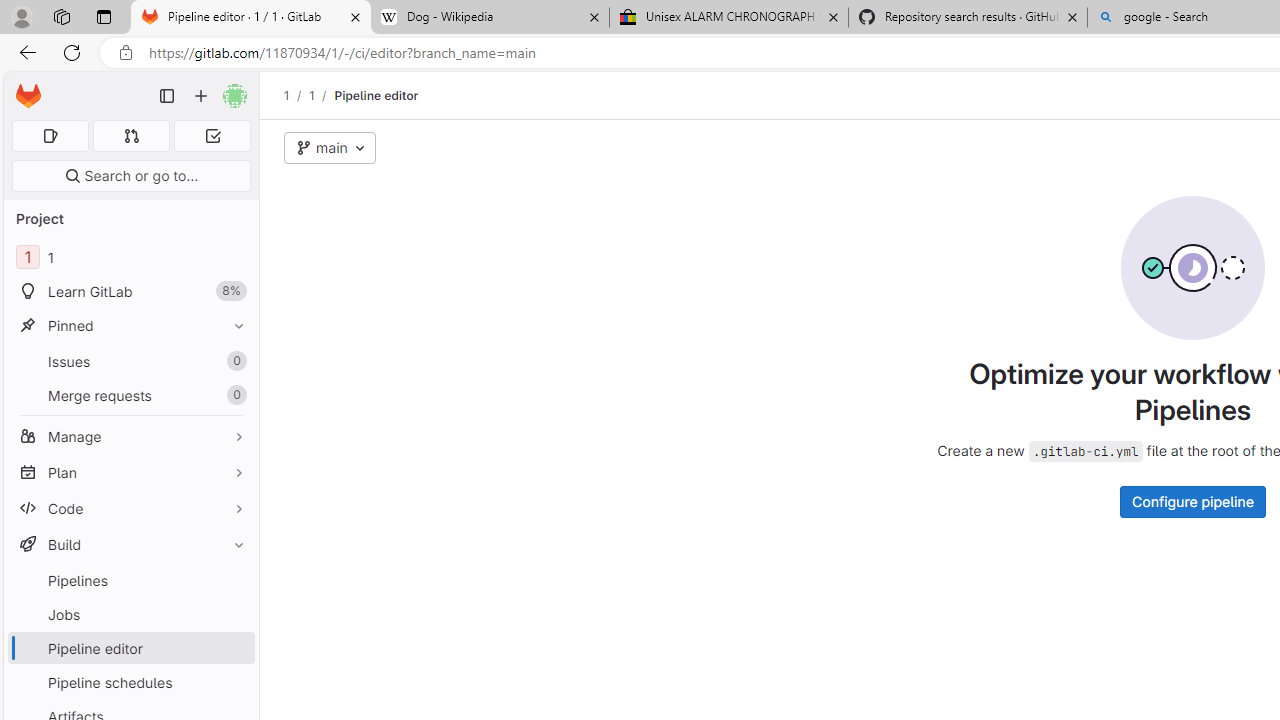  I want to click on 'main', so click(330, 146).